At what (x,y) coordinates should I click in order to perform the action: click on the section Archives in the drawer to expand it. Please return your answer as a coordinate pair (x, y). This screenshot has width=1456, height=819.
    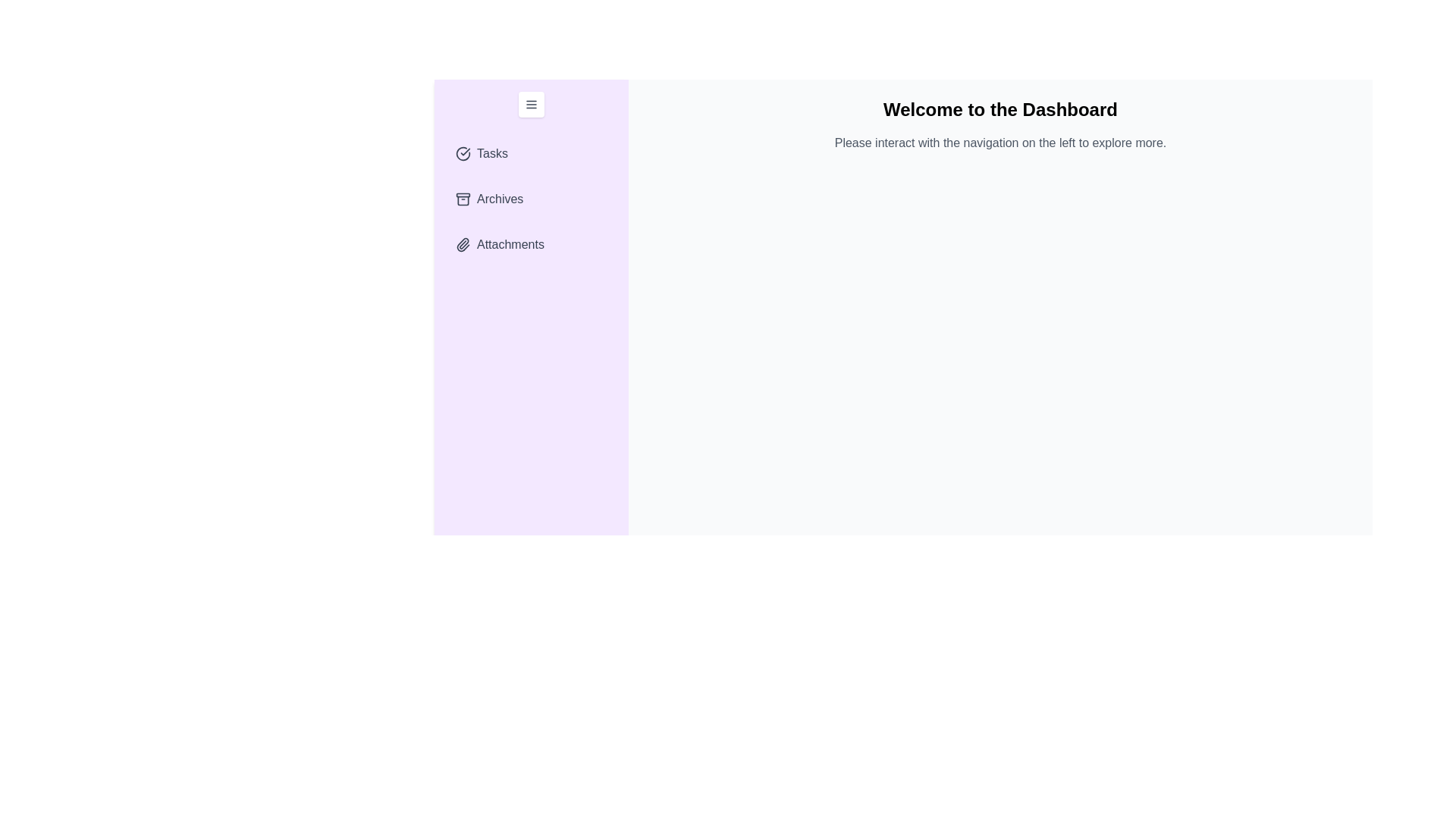
    Looking at the image, I should click on (531, 198).